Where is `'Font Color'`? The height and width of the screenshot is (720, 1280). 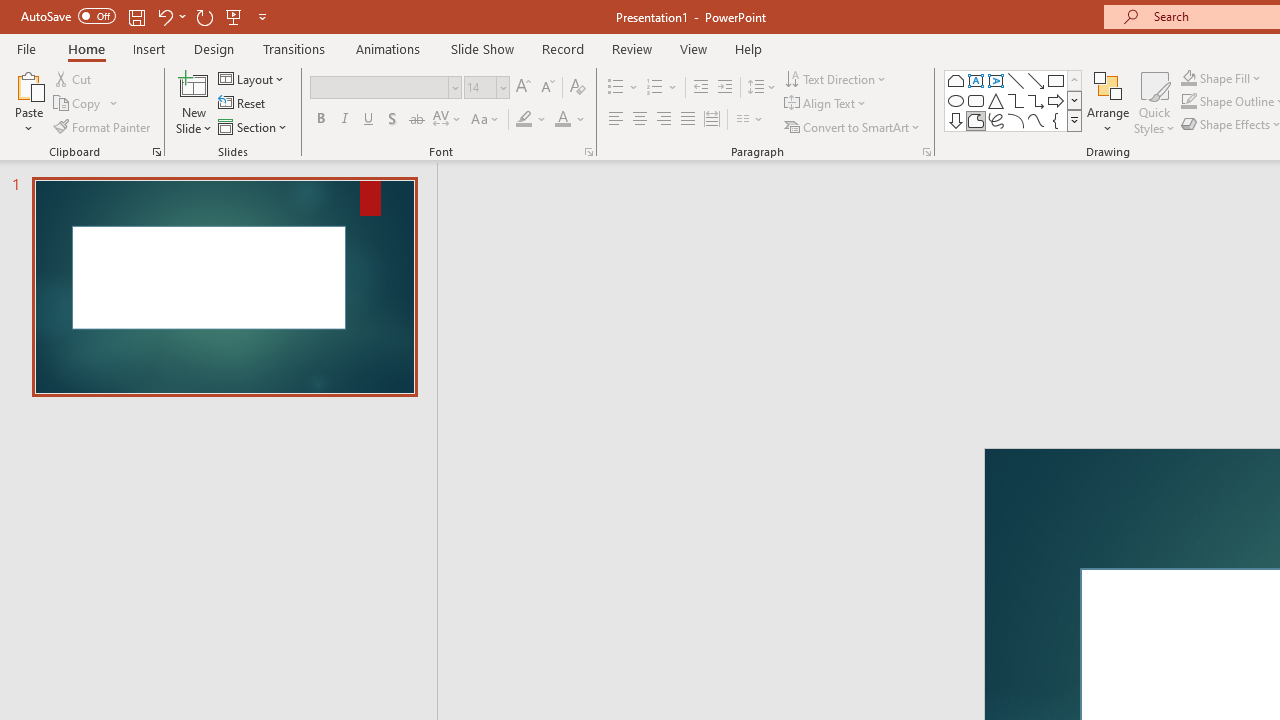
'Font Color' is located at coordinates (569, 119).